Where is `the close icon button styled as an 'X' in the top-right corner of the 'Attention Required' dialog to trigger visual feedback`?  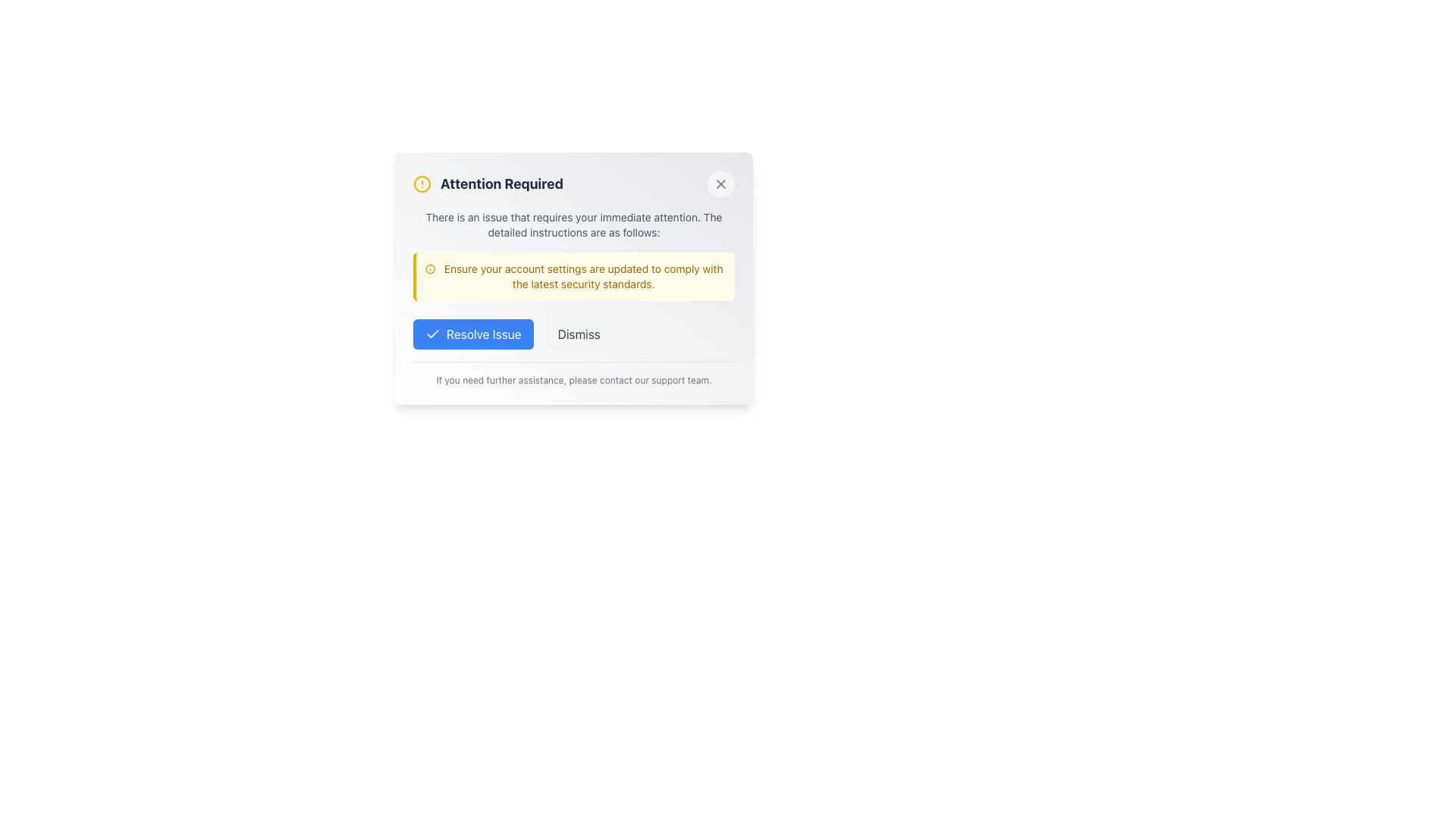
the close icon button styled as an 'X' in the top-right corner of the 'Attention Required' dialog to trigger visual feedback is located at coordinates (720, 184).